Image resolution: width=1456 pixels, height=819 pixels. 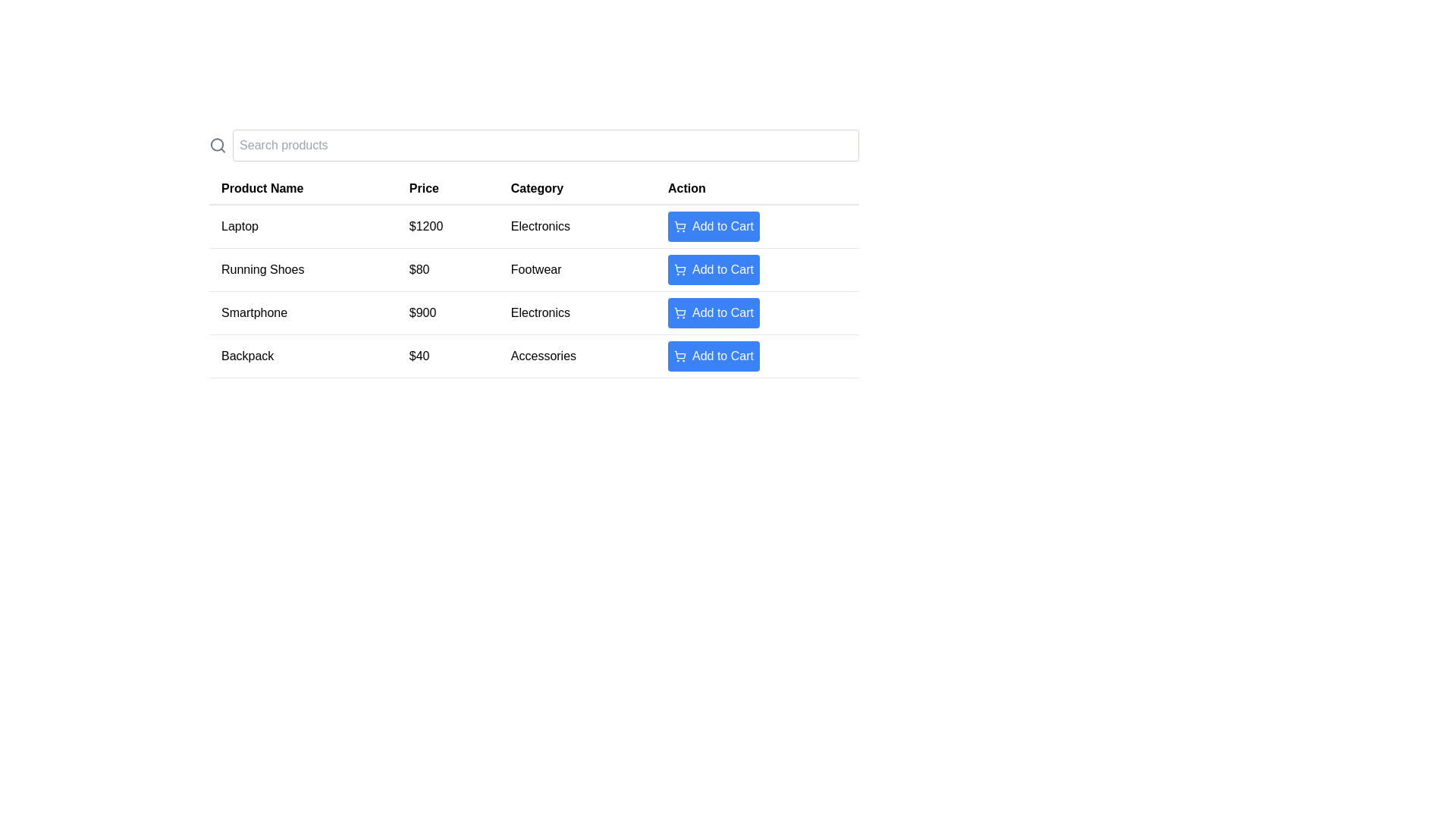 What do you see at coordinates (679, 312) in the screenshot?
I see `the shopping cart icon located to the left of the 'Add to Cart' text in the third button from the top in the 'Action' column of the table` at bounding box center [679, 312].